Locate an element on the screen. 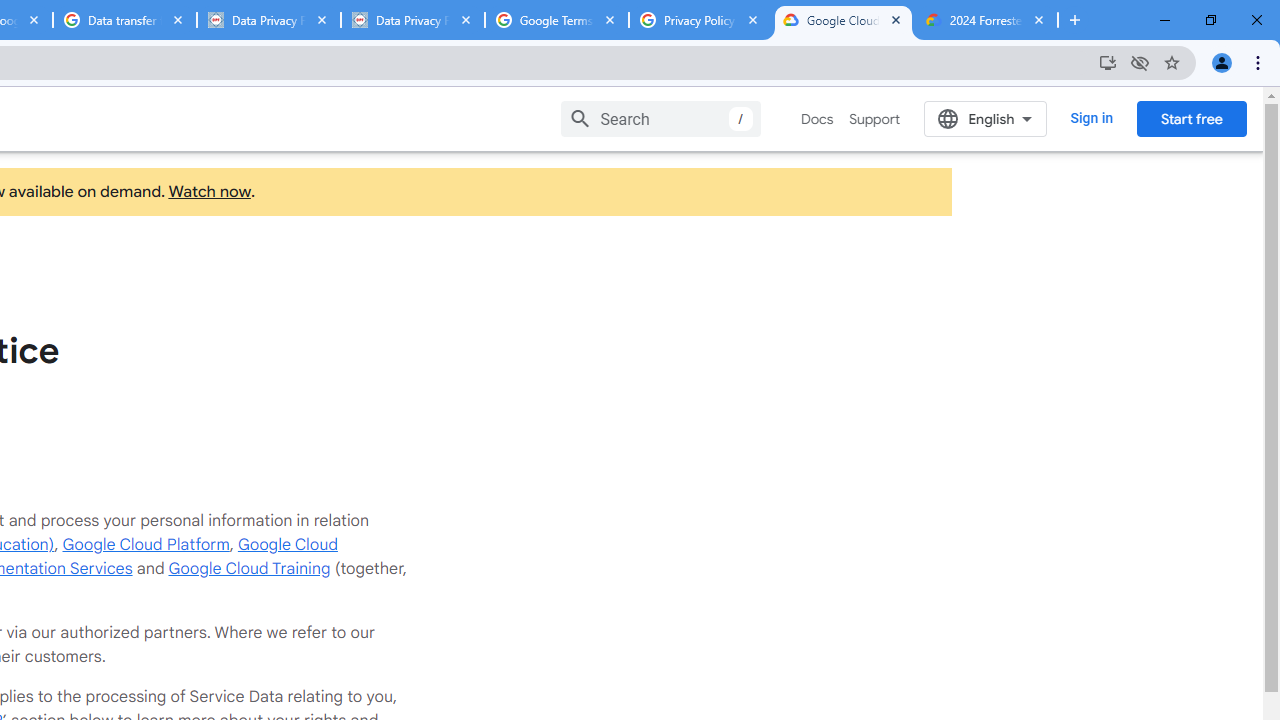 The height and width of the screenshot is (720, 1280). 'Watch now' is located at coordinates (209, 192).